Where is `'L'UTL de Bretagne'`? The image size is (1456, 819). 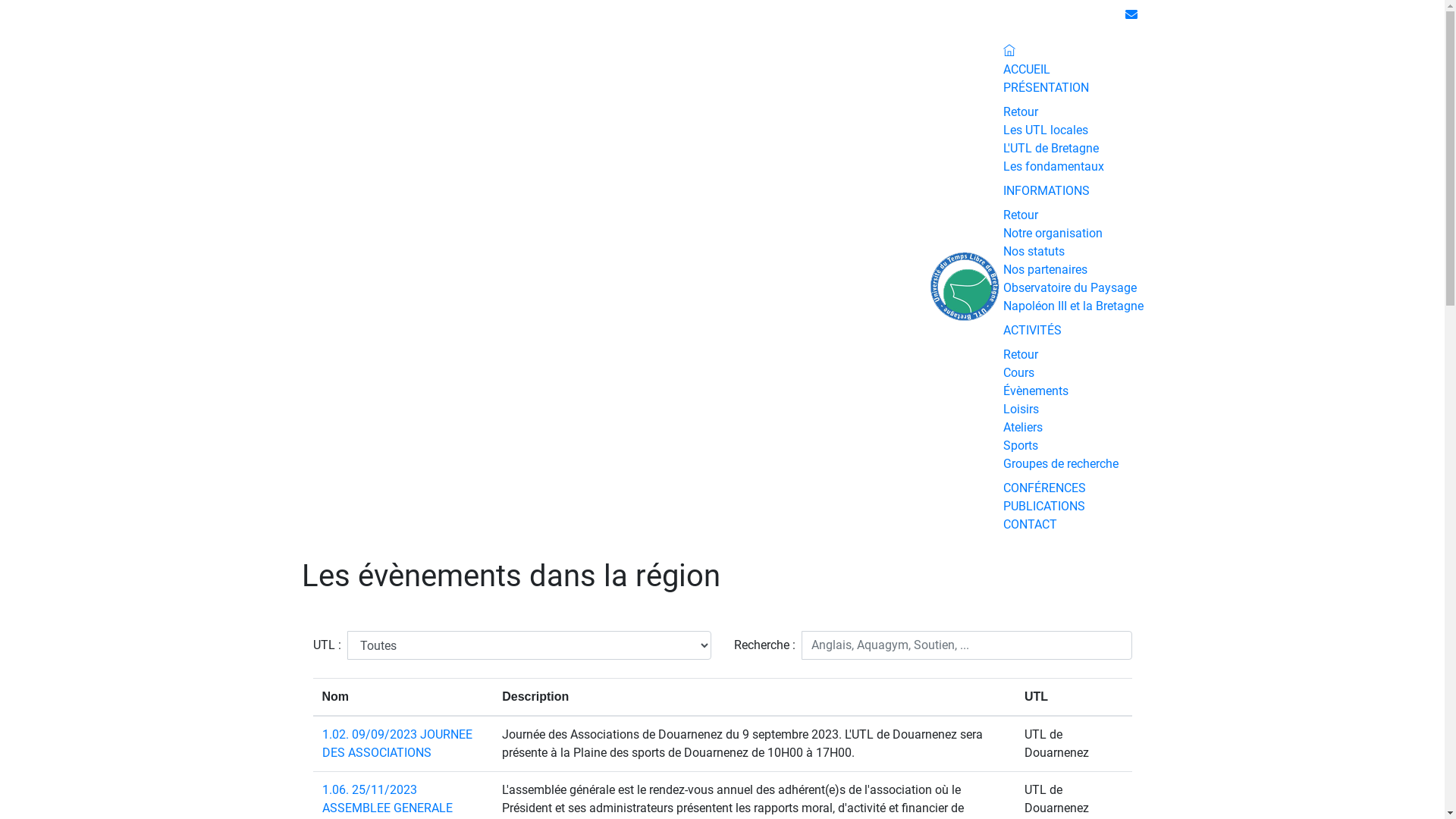 'L'UTL de Bretagne' is located at coordinates (1050, 148).